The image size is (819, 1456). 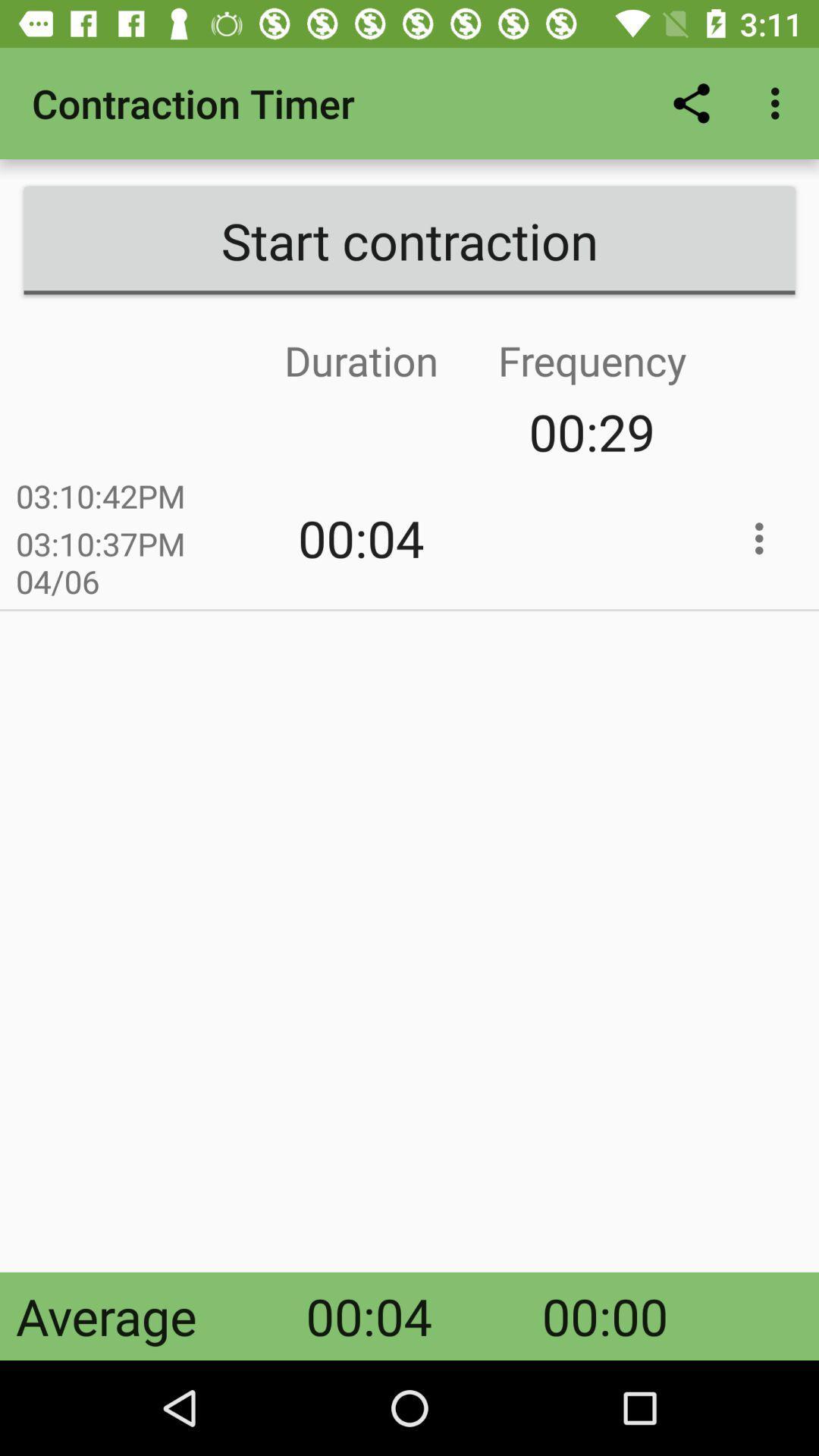 I want to click on start contraction, so click(x=409, y=240).